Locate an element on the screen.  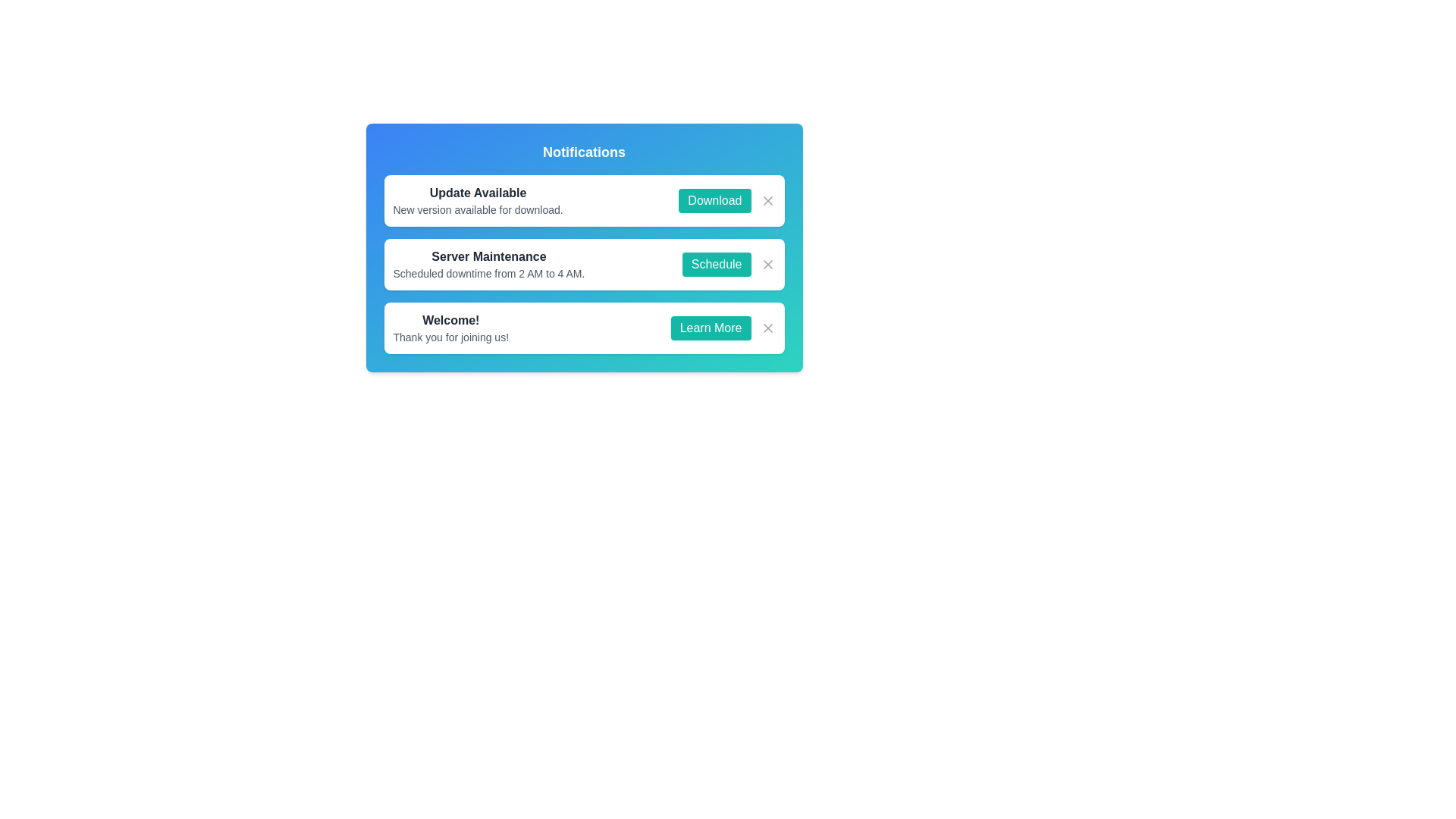
the notification titled 'Server Maintenance' is located at coordinates (488, 263).